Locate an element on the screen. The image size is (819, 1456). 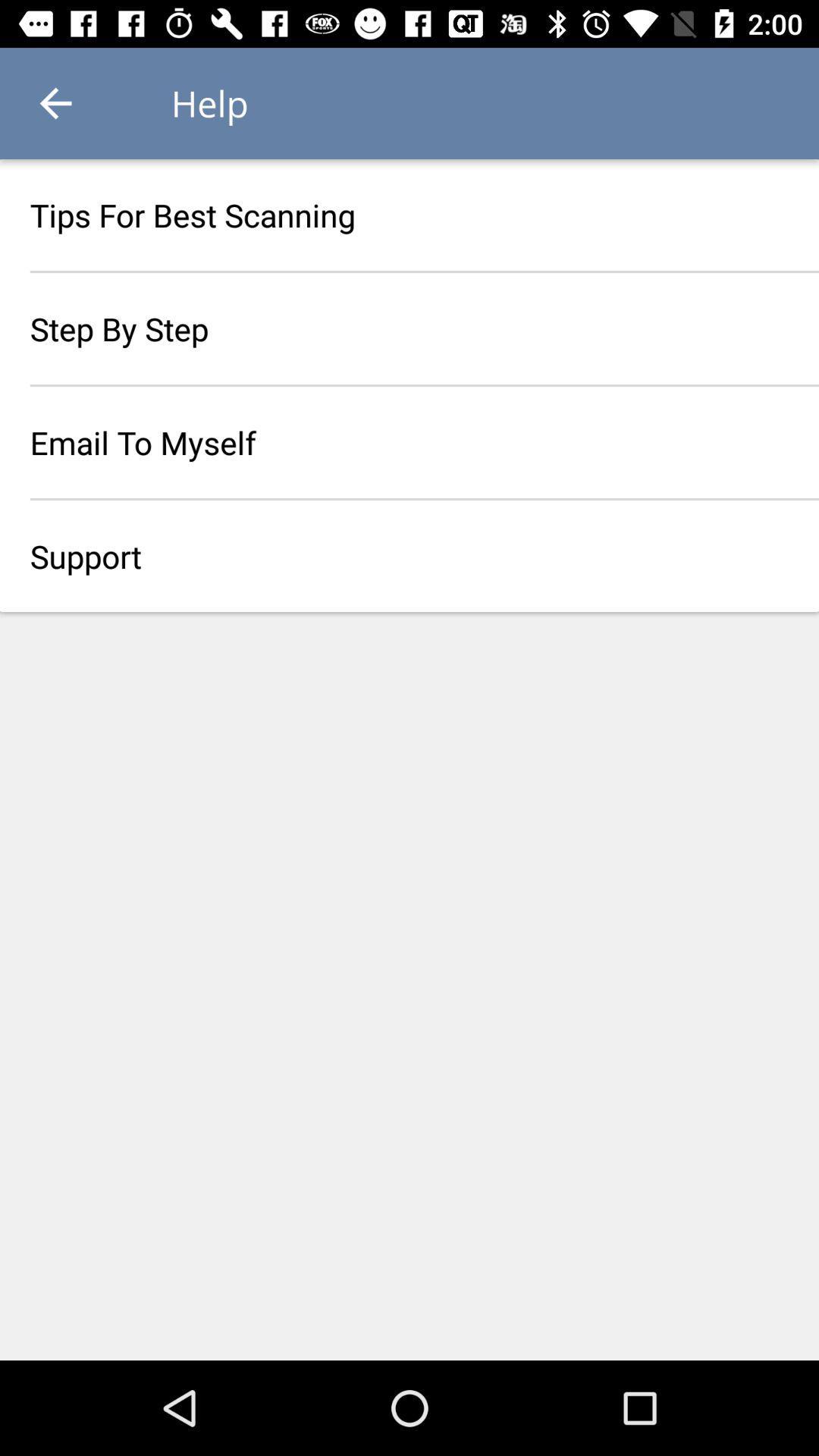
the item above step by step is located at coordinates (409, 214).